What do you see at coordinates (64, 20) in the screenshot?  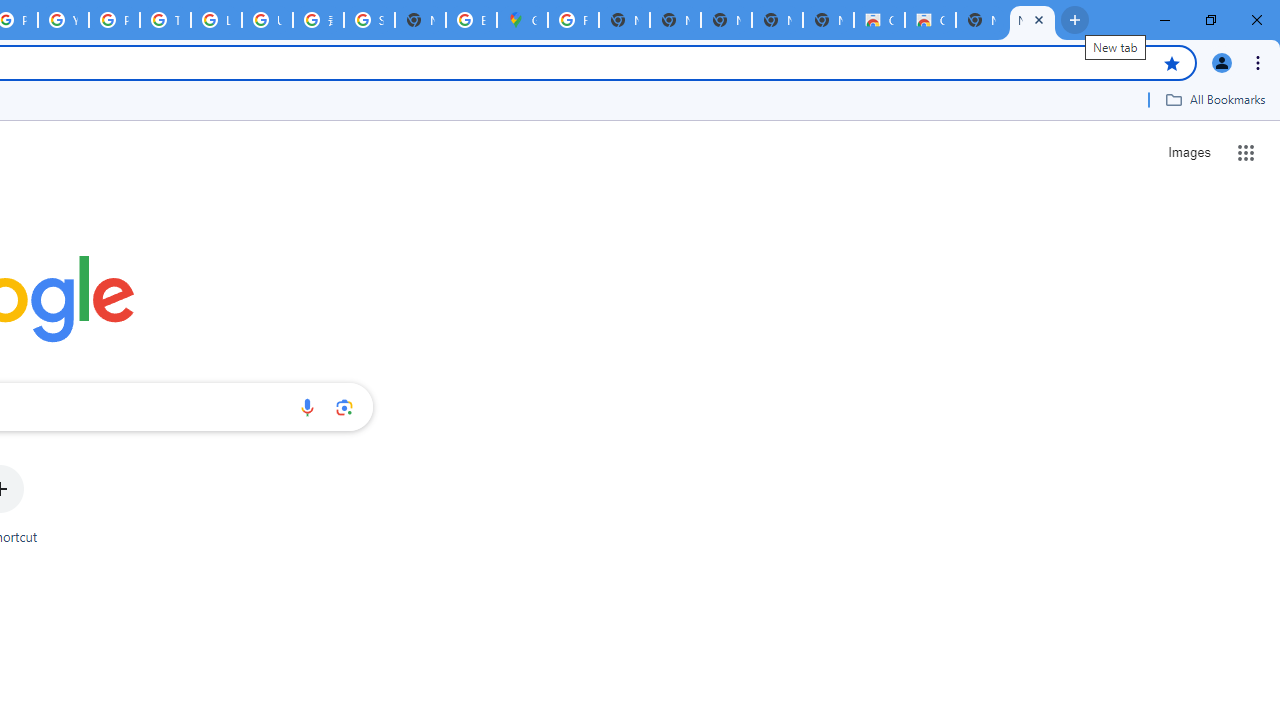 I see `'YouTube'` at bounding box center [64, 20].